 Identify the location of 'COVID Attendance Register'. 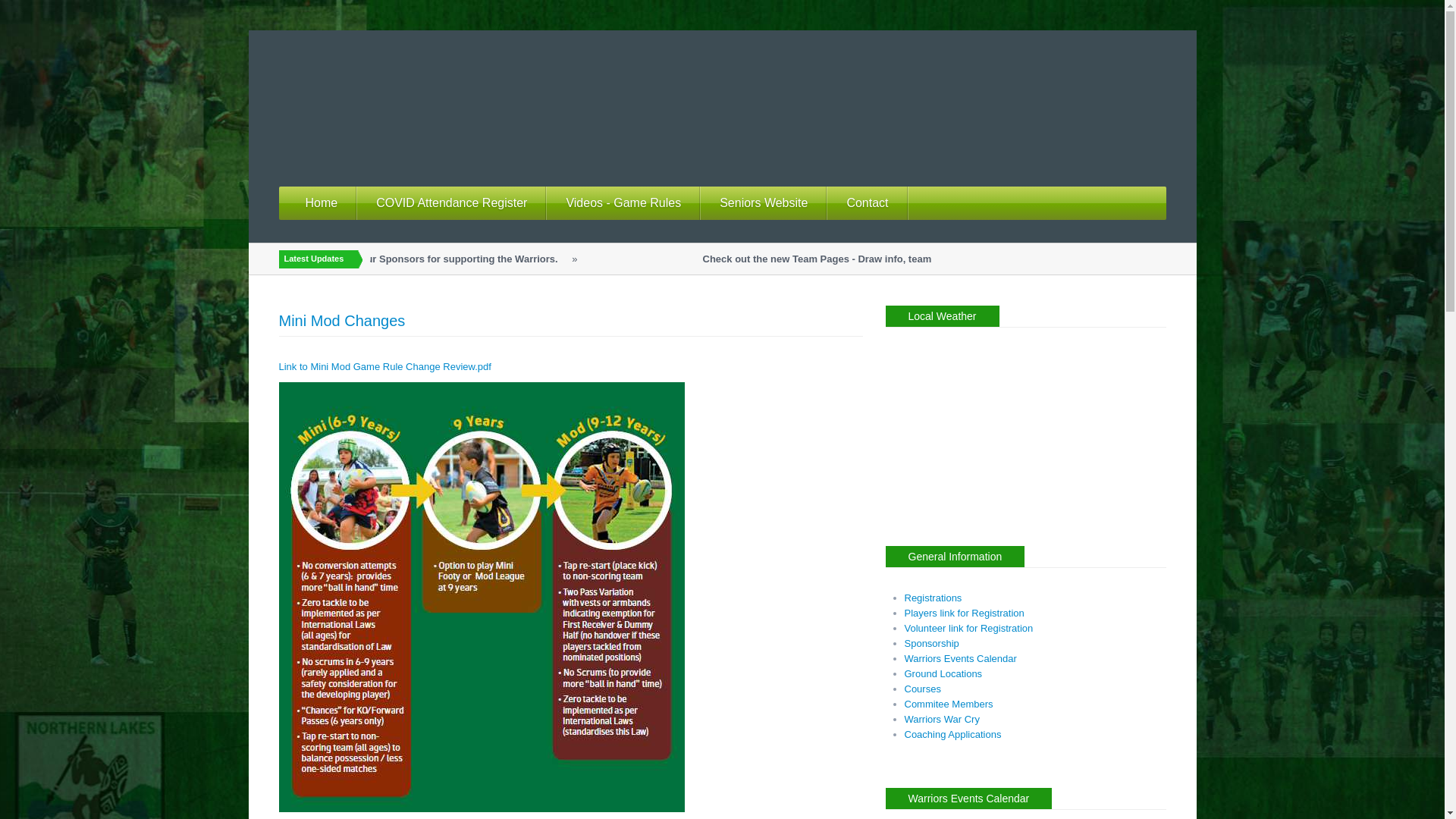
(356, 202).